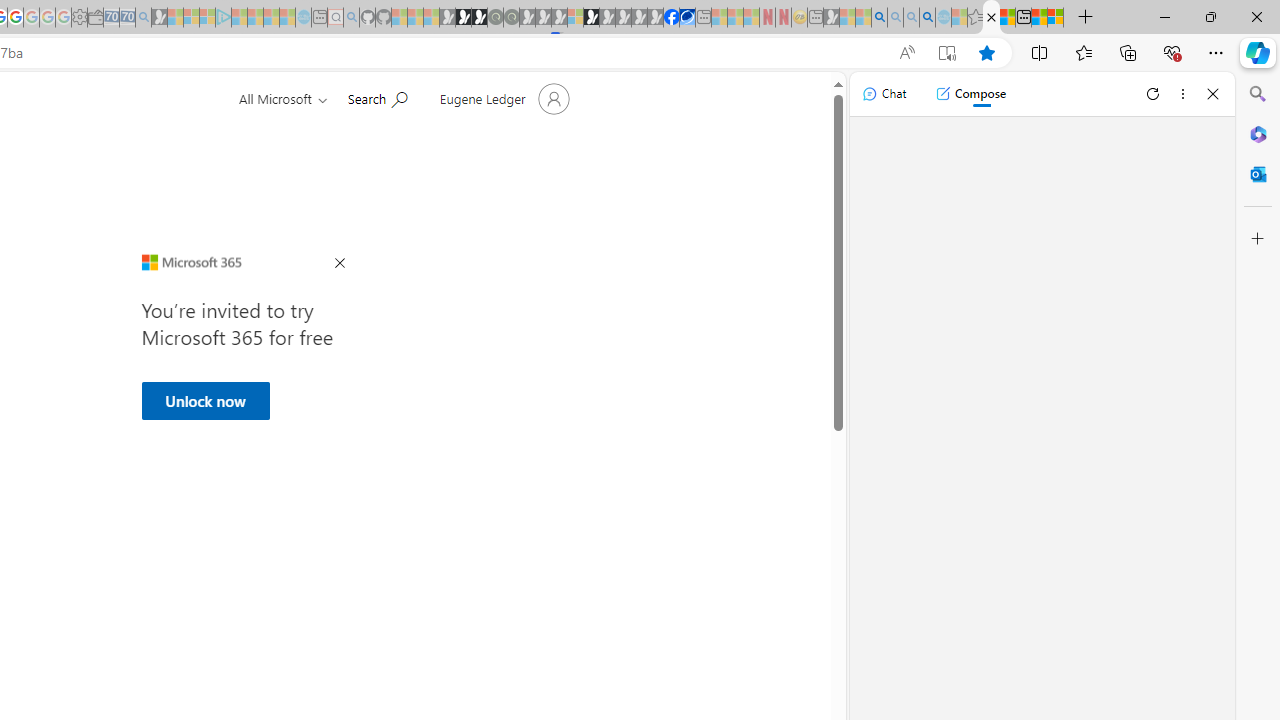  What do you see at coordinates (503, 99) in the screenshot?
I see `'Account manager for Eugene Ledger'` at bounding box center [503, 99].